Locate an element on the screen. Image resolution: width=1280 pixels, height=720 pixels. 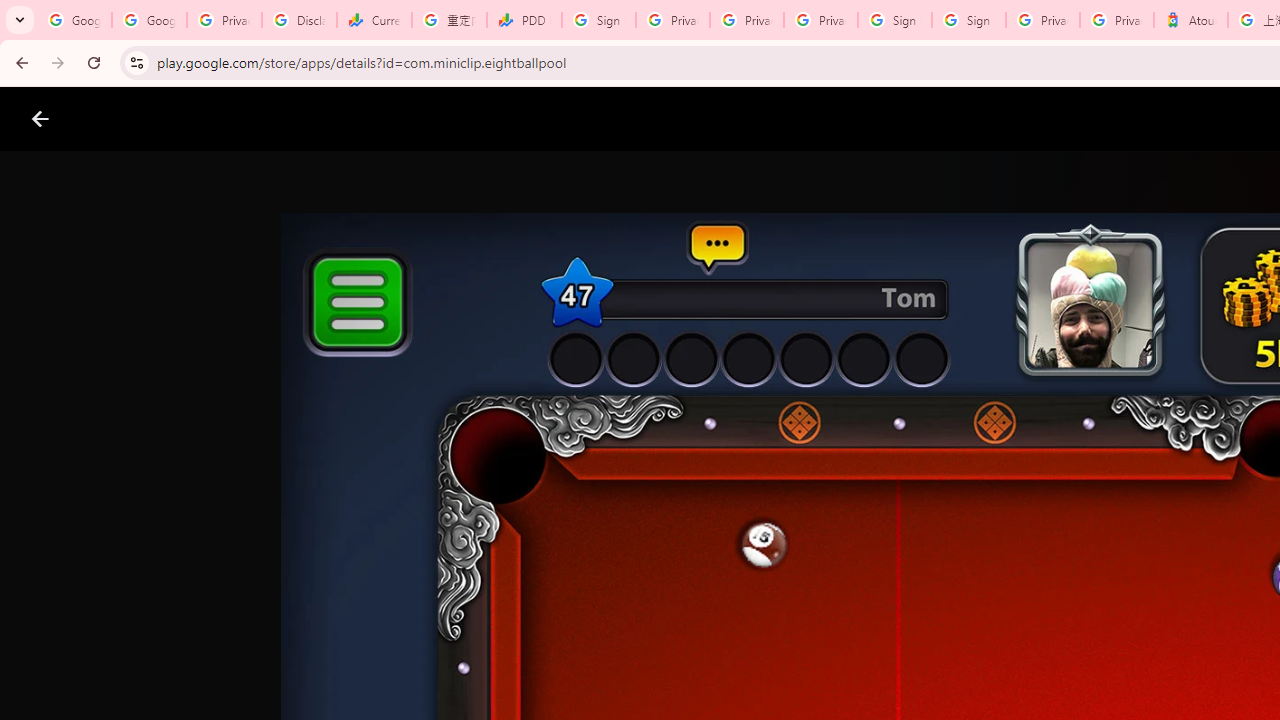
'Currencies - Google Finance' is located at coordinates (374, 20).